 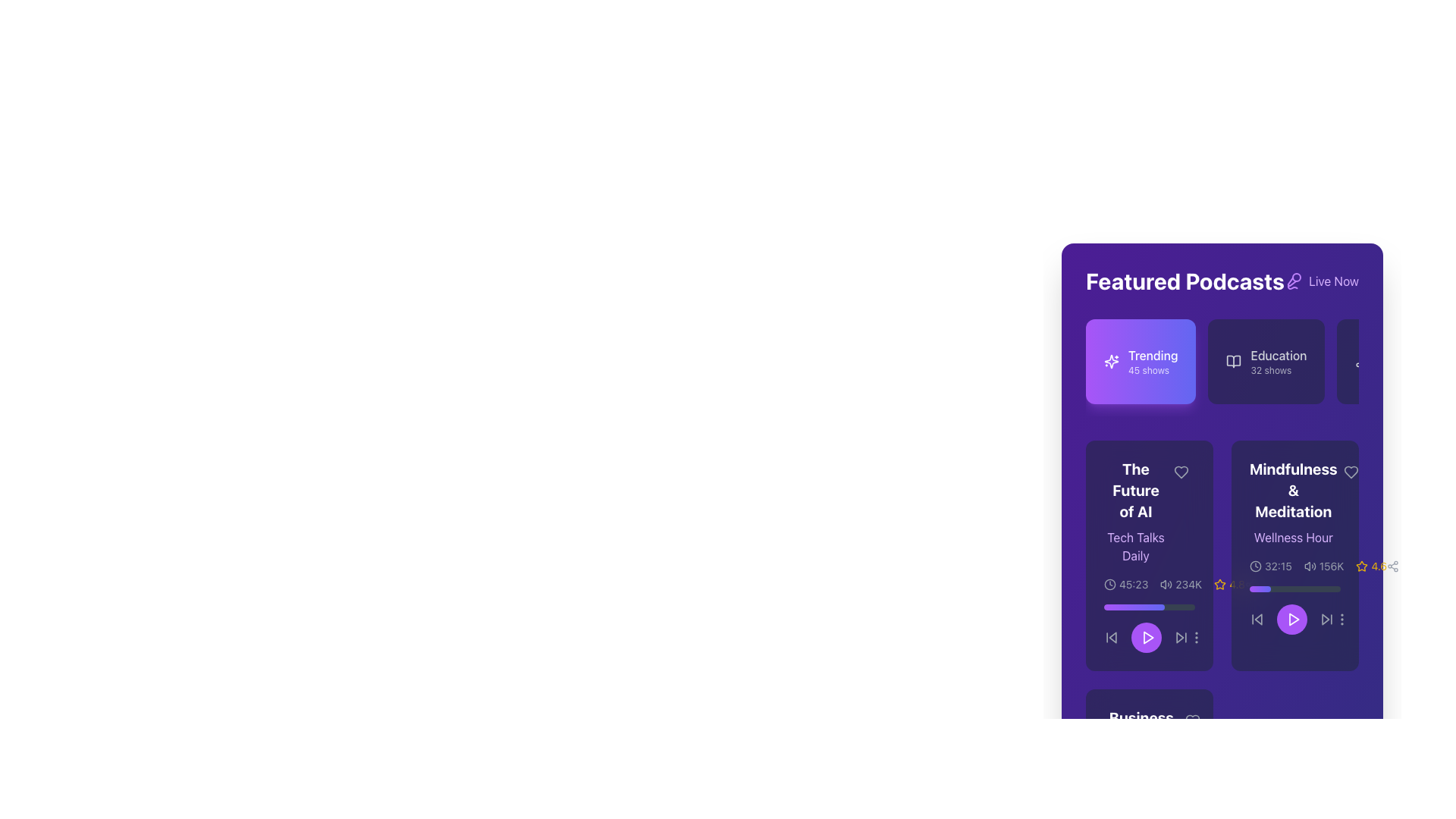 I want to click on the text label displaying '234K' adjacent to the speaker icon in the podcast card labeled 'The Future of AI' under the 'Trending' section, so click(x=1180, y=584).